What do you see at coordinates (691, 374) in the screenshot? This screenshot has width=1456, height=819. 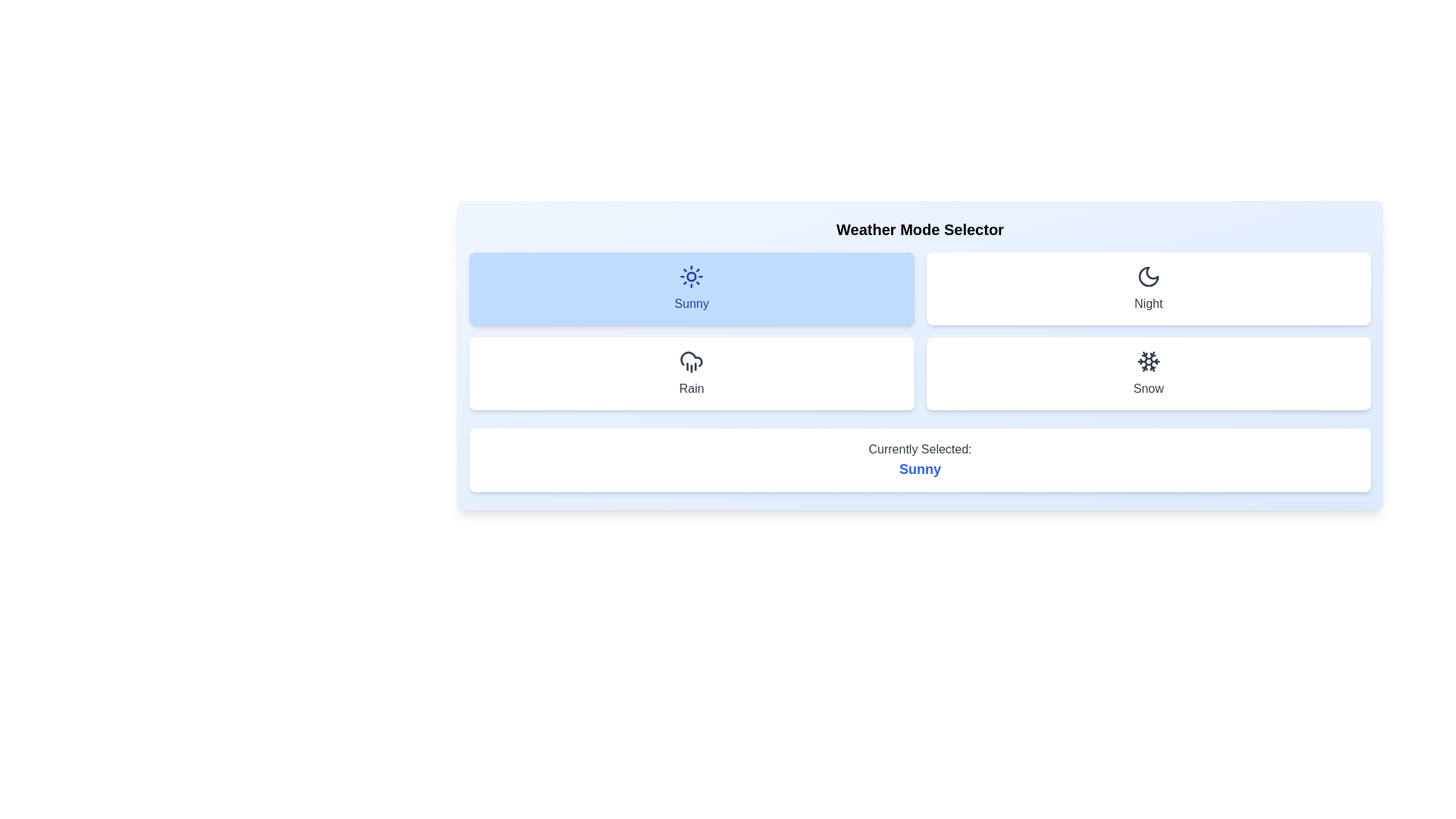 I see `the weather option Rain` at bounding box center [691, 374].